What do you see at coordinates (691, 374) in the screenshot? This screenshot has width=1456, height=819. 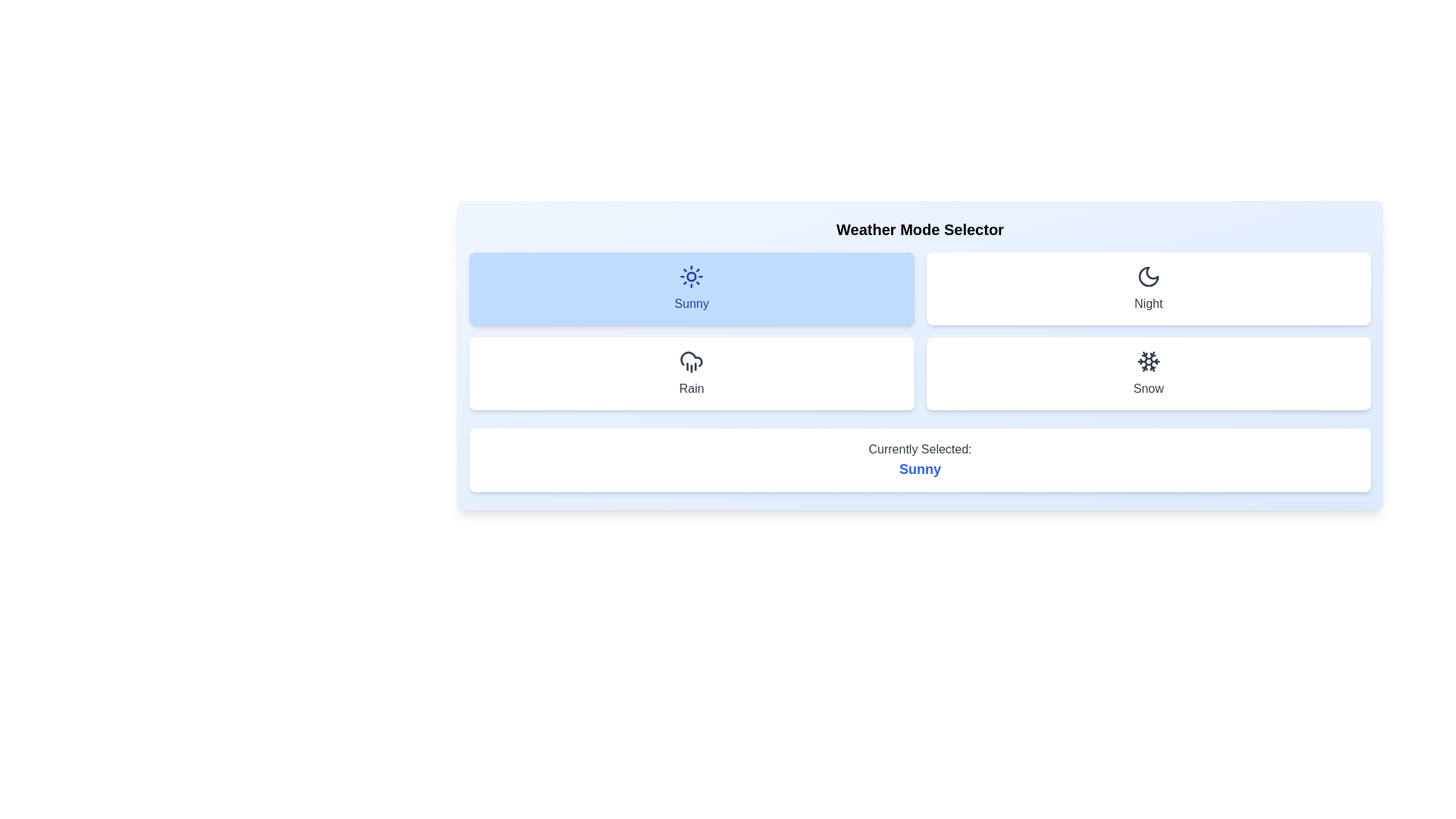 I see `the weather option Rain` at bounding box center [691, 374].